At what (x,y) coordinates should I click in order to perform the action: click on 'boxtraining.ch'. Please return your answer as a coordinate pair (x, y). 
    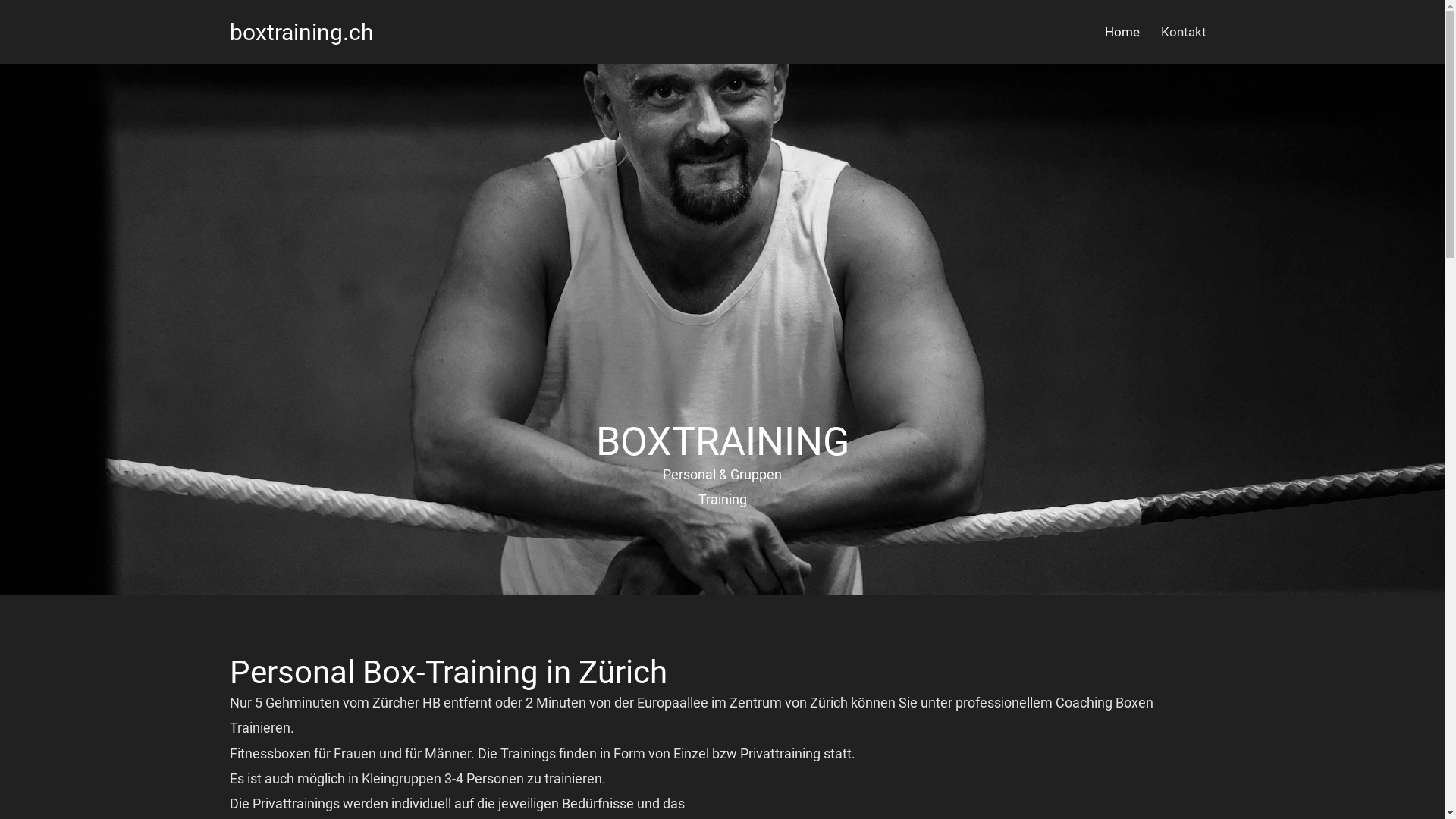
    Looking at the image, I should click on (301, 31).